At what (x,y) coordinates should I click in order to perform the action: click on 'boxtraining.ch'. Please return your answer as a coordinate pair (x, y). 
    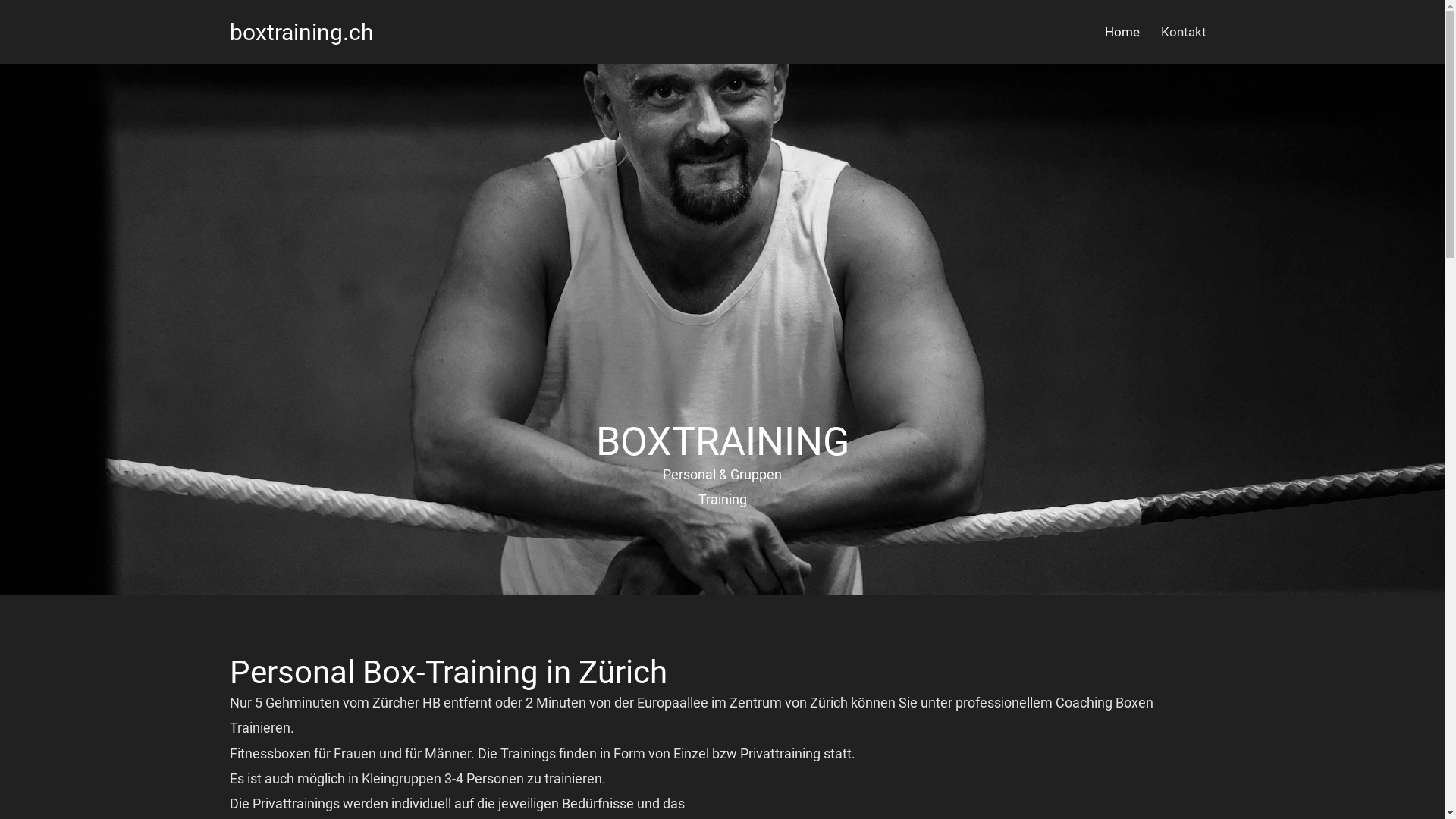
    Looking at the image, I should click on (301, 31).